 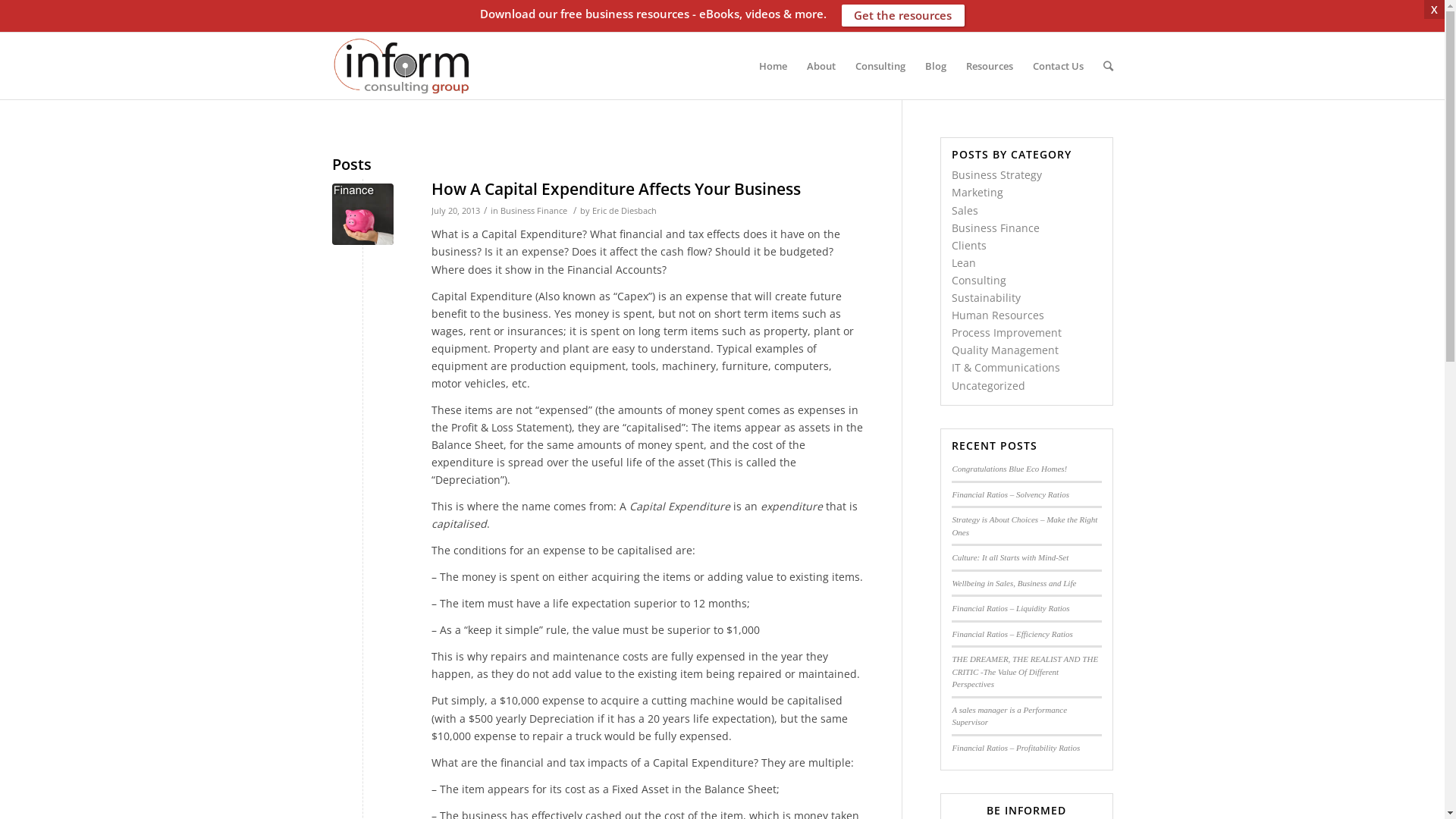 I want to click on 'Sustainability', so click(x=986, y=297).